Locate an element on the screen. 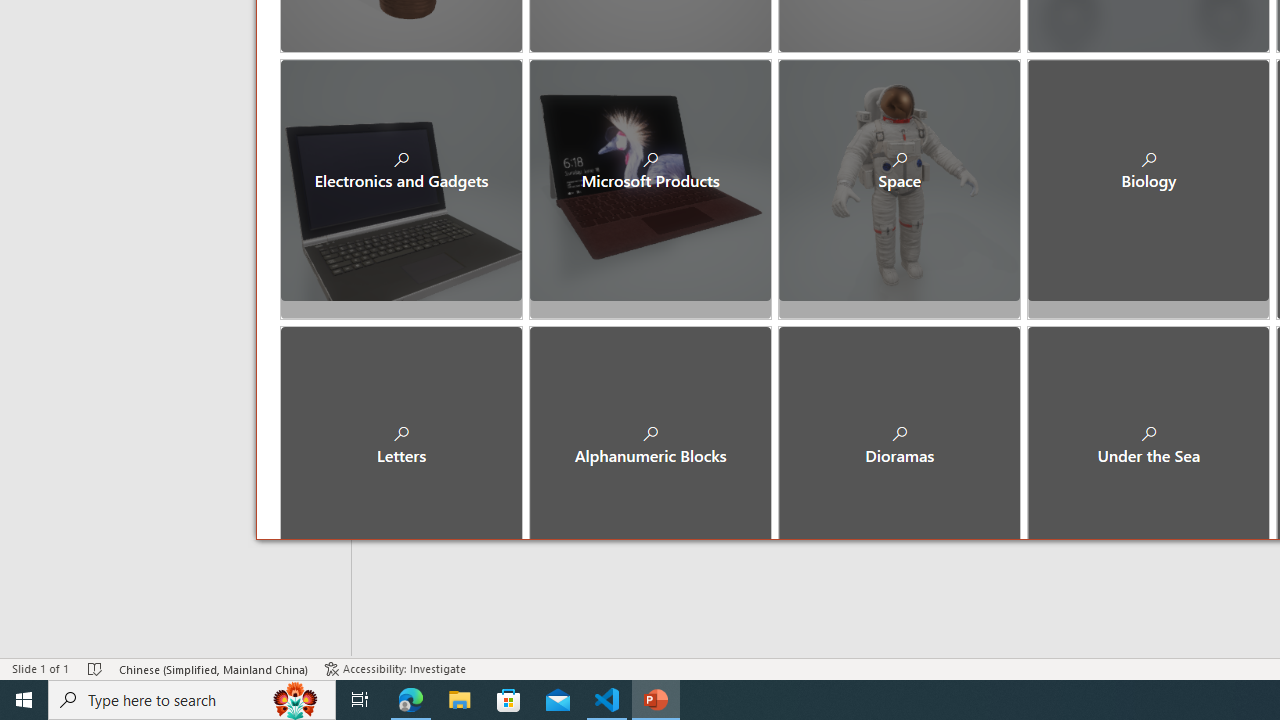  'Alphanumeric Blocks' is located at coordinates (650, 428).